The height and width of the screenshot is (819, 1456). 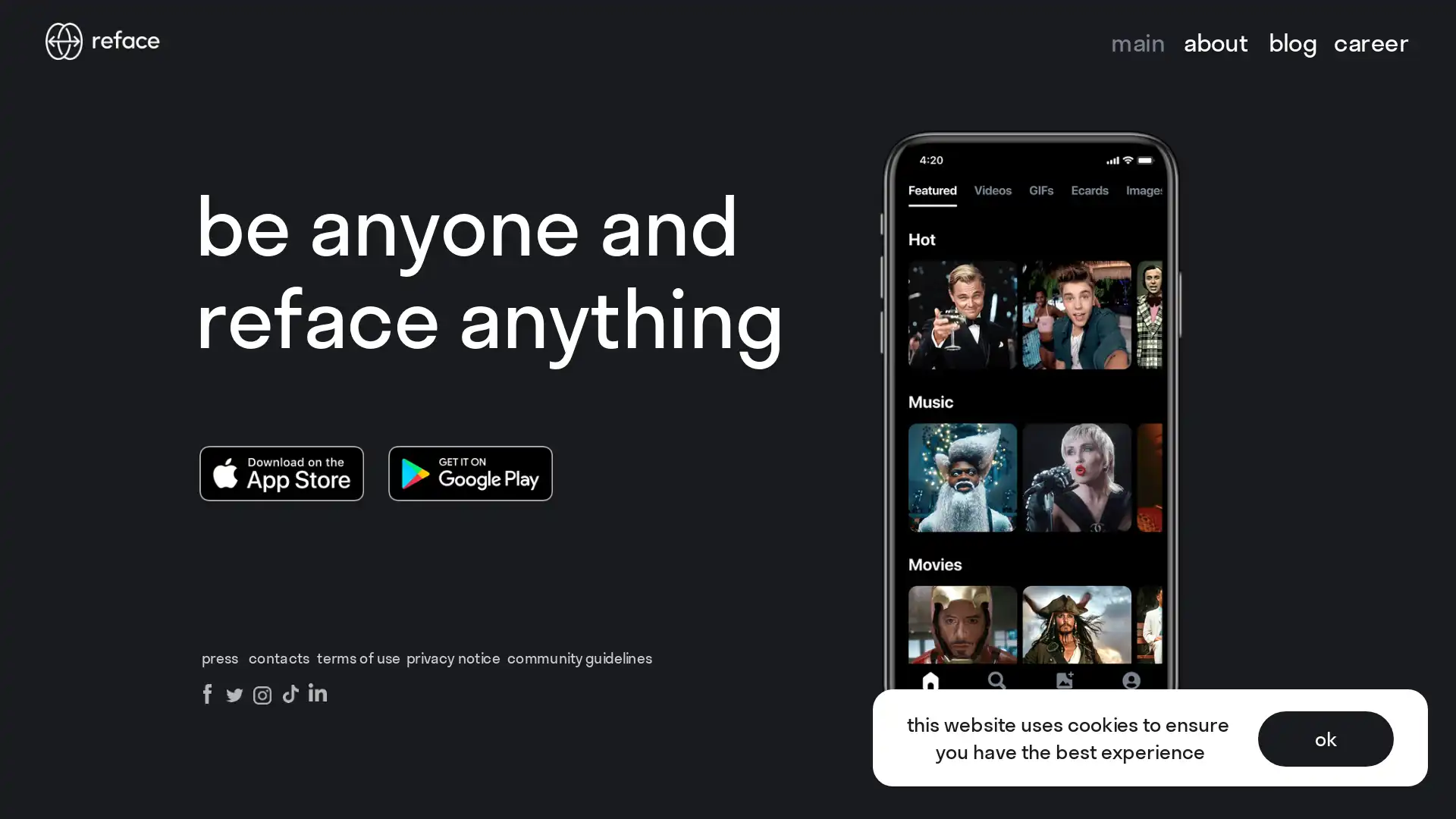 What do you see at coordinates (1427, 29) in the screenshot?
I see `Close` at bounding box center [1427, 29].